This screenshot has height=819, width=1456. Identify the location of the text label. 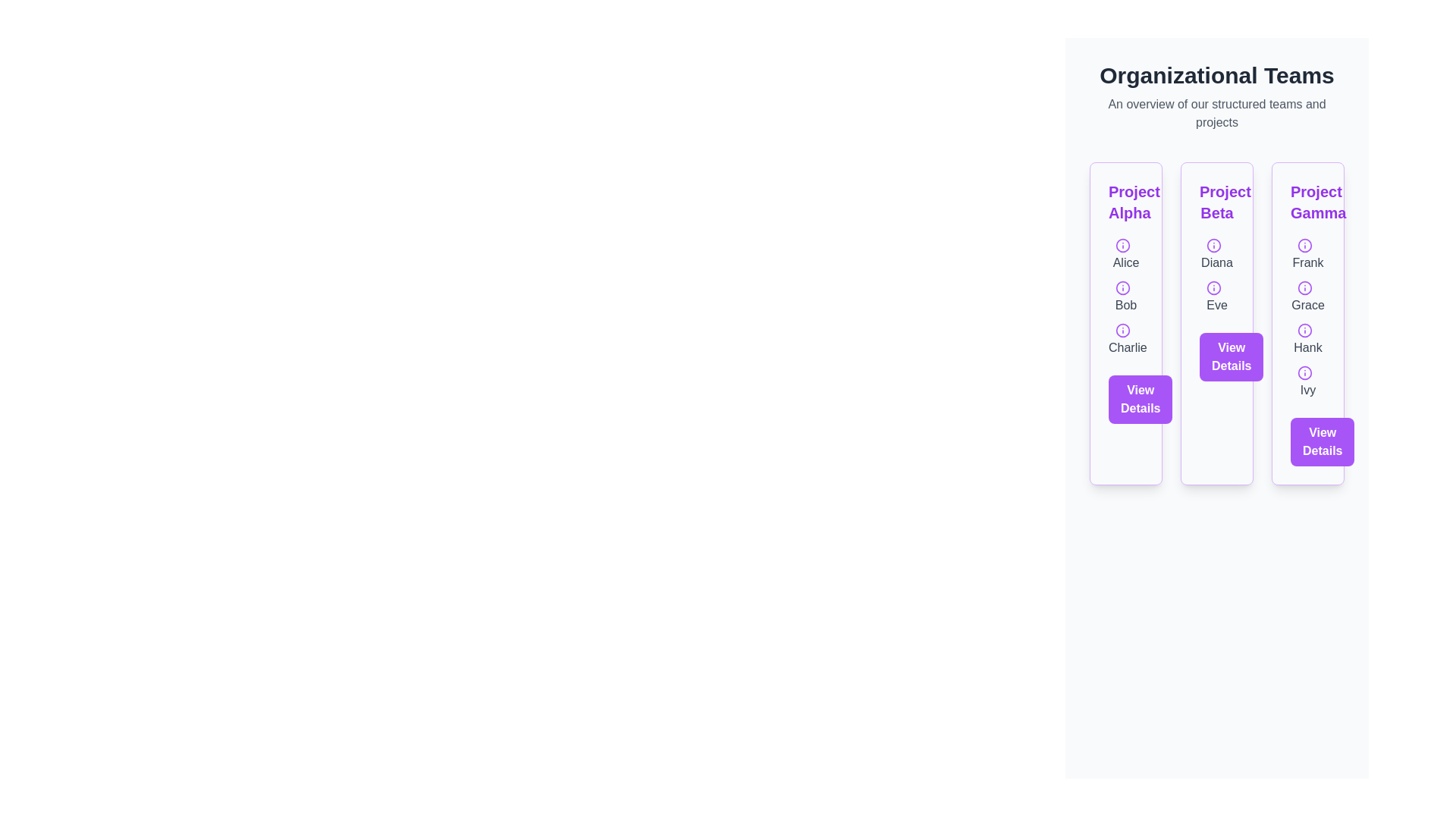
(1125, 296).